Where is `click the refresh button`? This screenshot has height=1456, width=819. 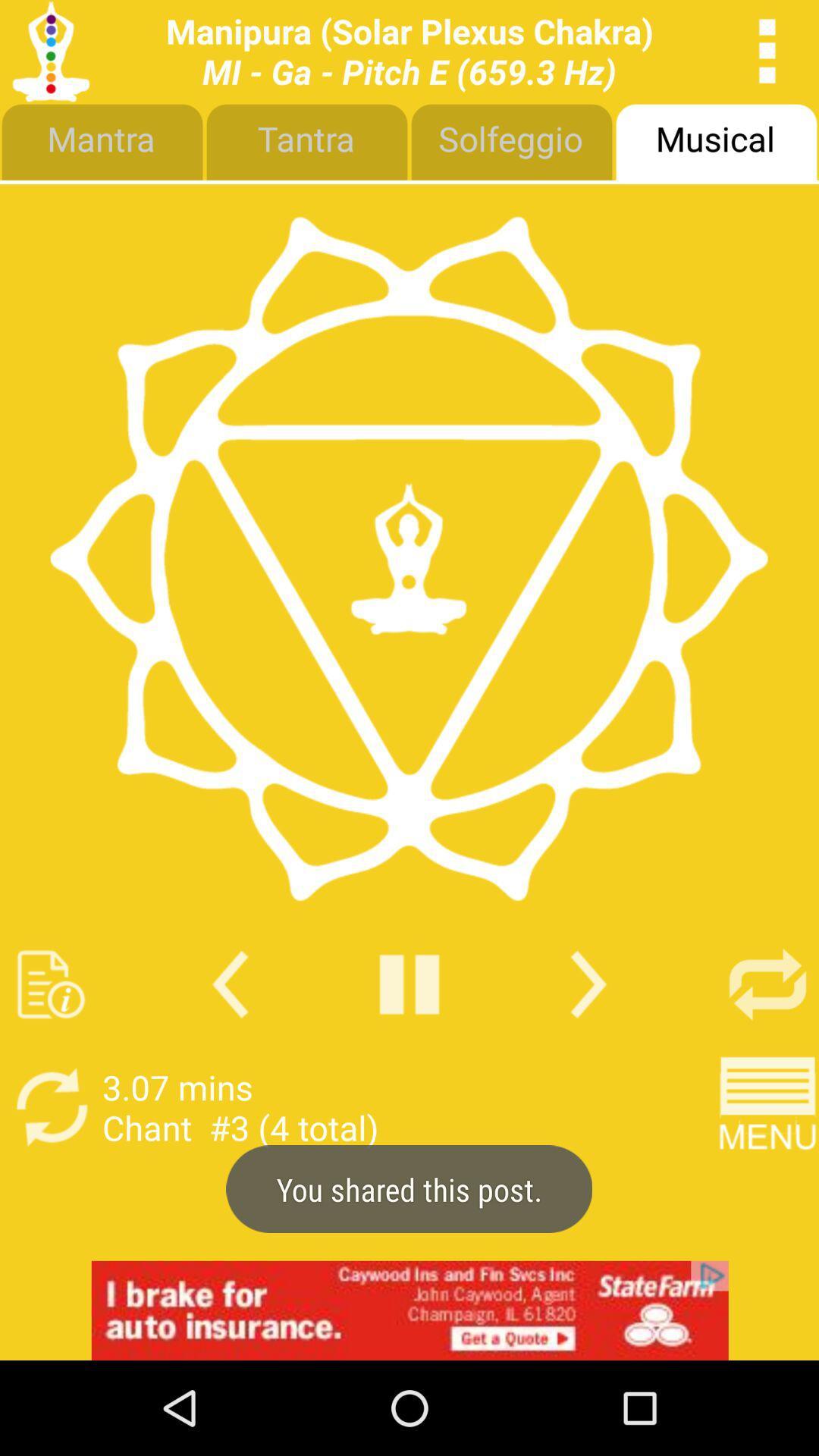 click the refresh button is located at coordinates (767, 984).